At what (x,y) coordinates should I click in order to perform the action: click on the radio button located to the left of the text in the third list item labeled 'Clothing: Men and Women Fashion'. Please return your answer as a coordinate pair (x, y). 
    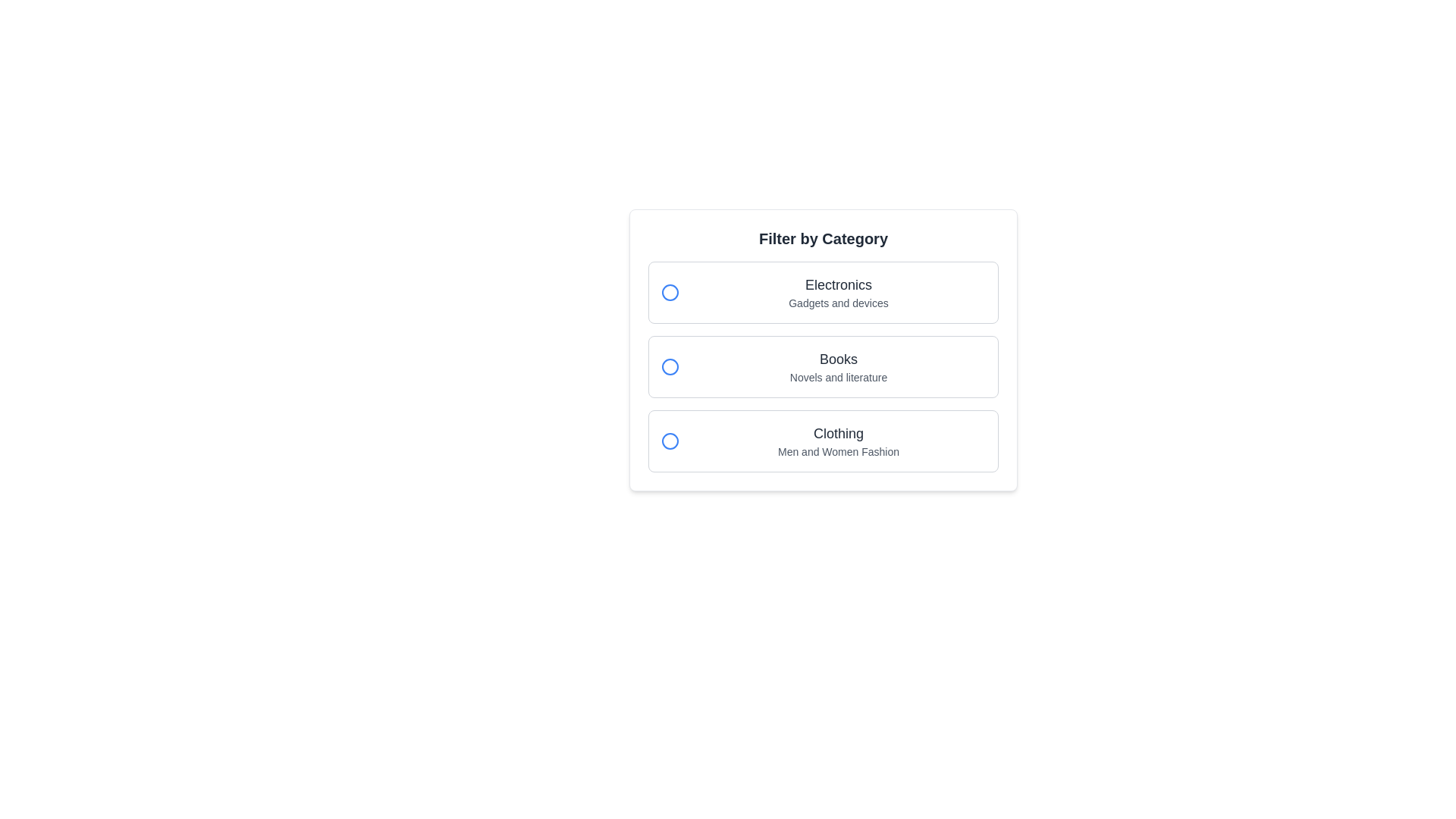
    Looking at the image, I should click on (669, 441).